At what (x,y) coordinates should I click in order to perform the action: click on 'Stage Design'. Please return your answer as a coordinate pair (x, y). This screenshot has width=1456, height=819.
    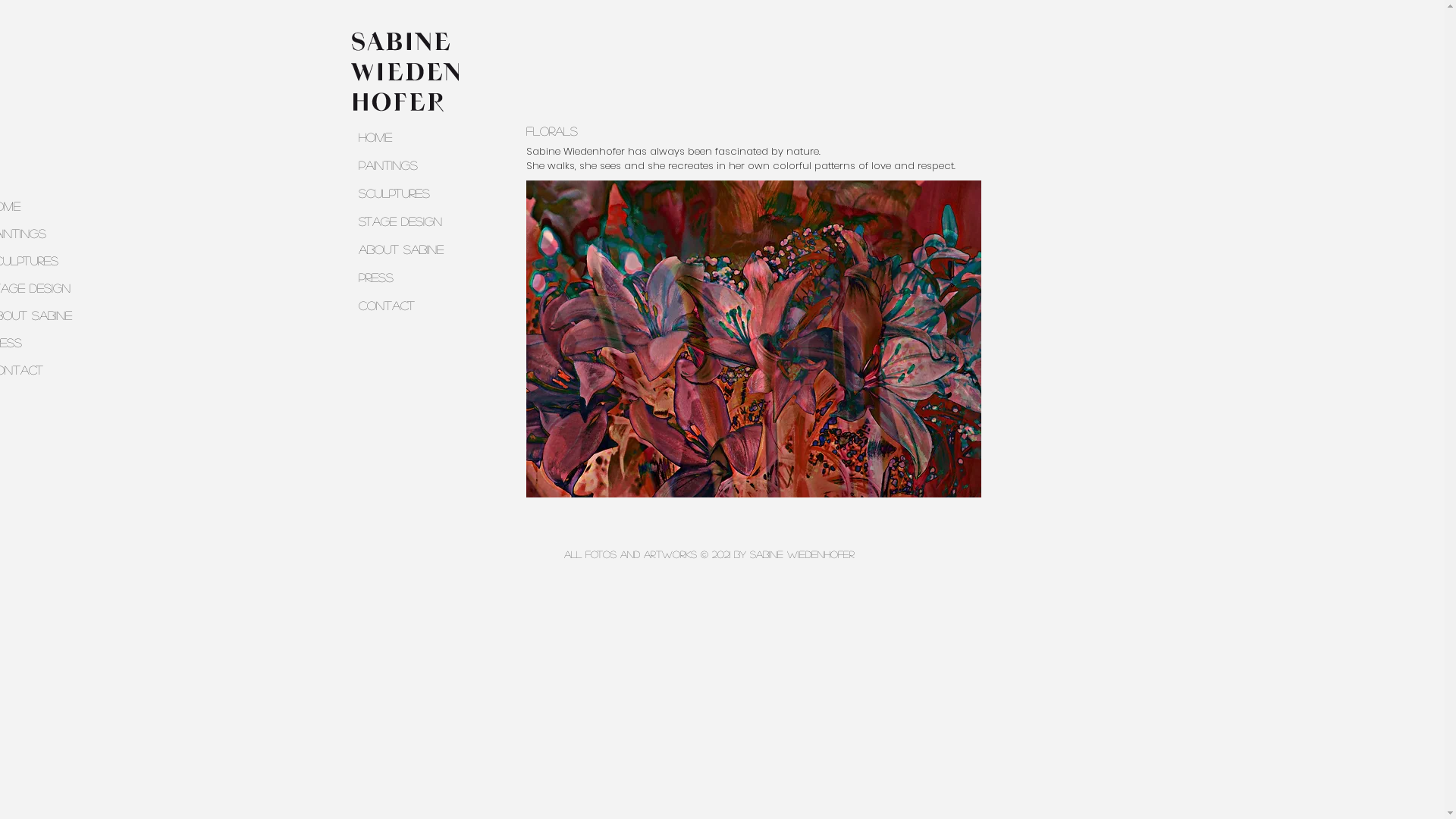
    Looking at the image, I should click on (416, 221).